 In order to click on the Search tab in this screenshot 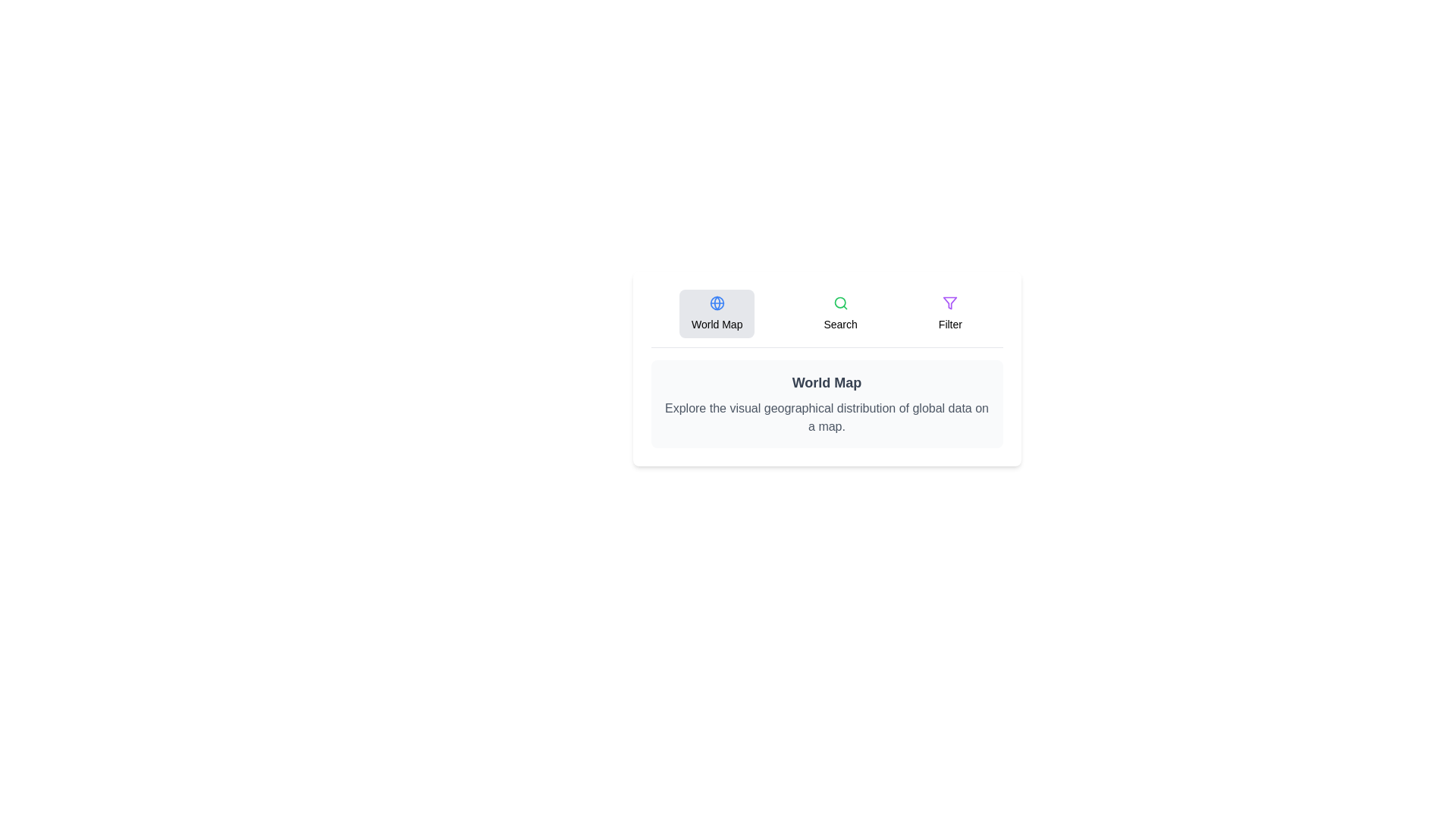, I will do `click(839, 312)`.